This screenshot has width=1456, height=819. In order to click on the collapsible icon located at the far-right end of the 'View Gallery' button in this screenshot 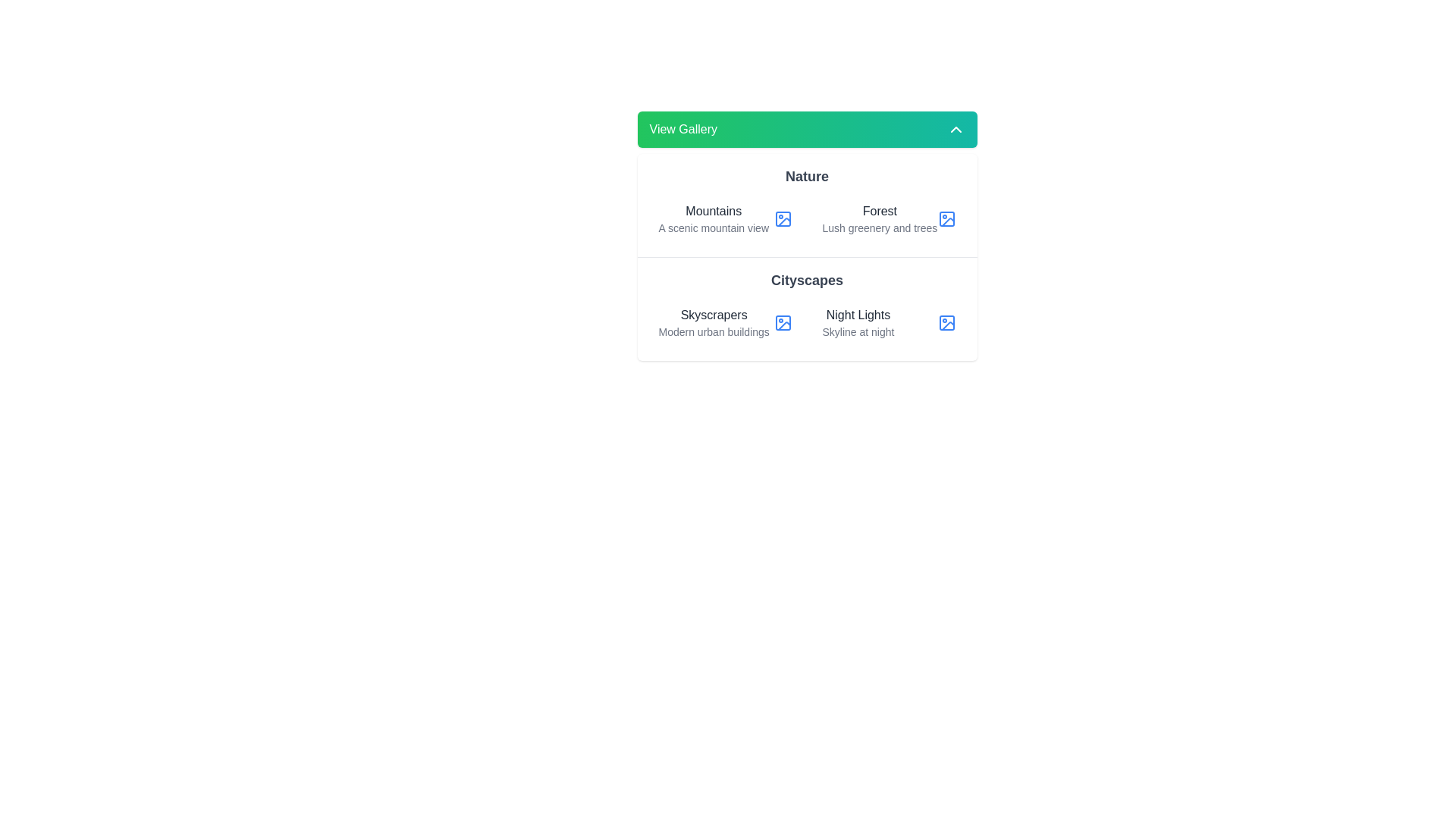, I will do `click(955, 128)`.